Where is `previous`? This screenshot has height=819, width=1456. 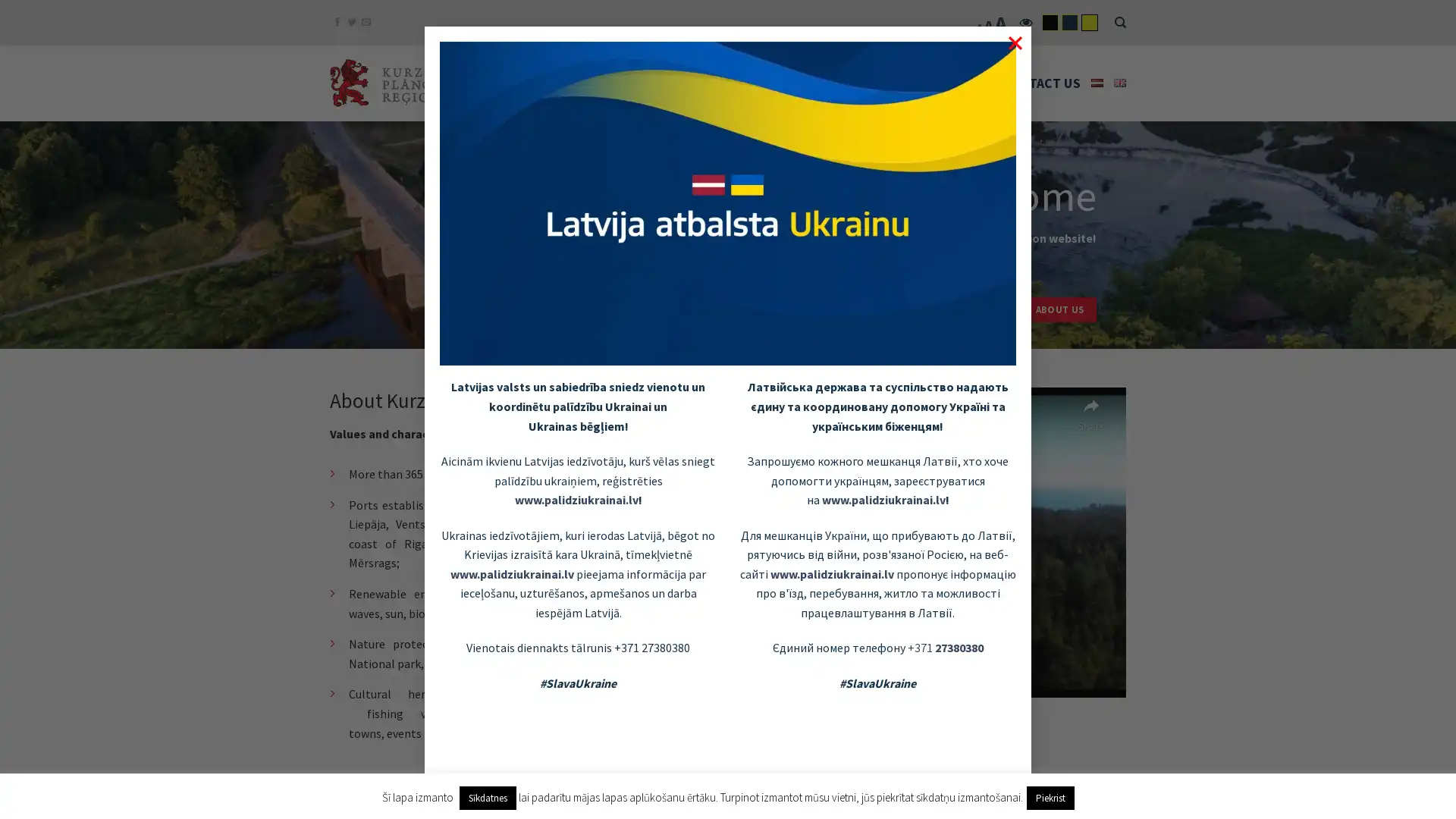 previous is located at coordinates (47, 234).